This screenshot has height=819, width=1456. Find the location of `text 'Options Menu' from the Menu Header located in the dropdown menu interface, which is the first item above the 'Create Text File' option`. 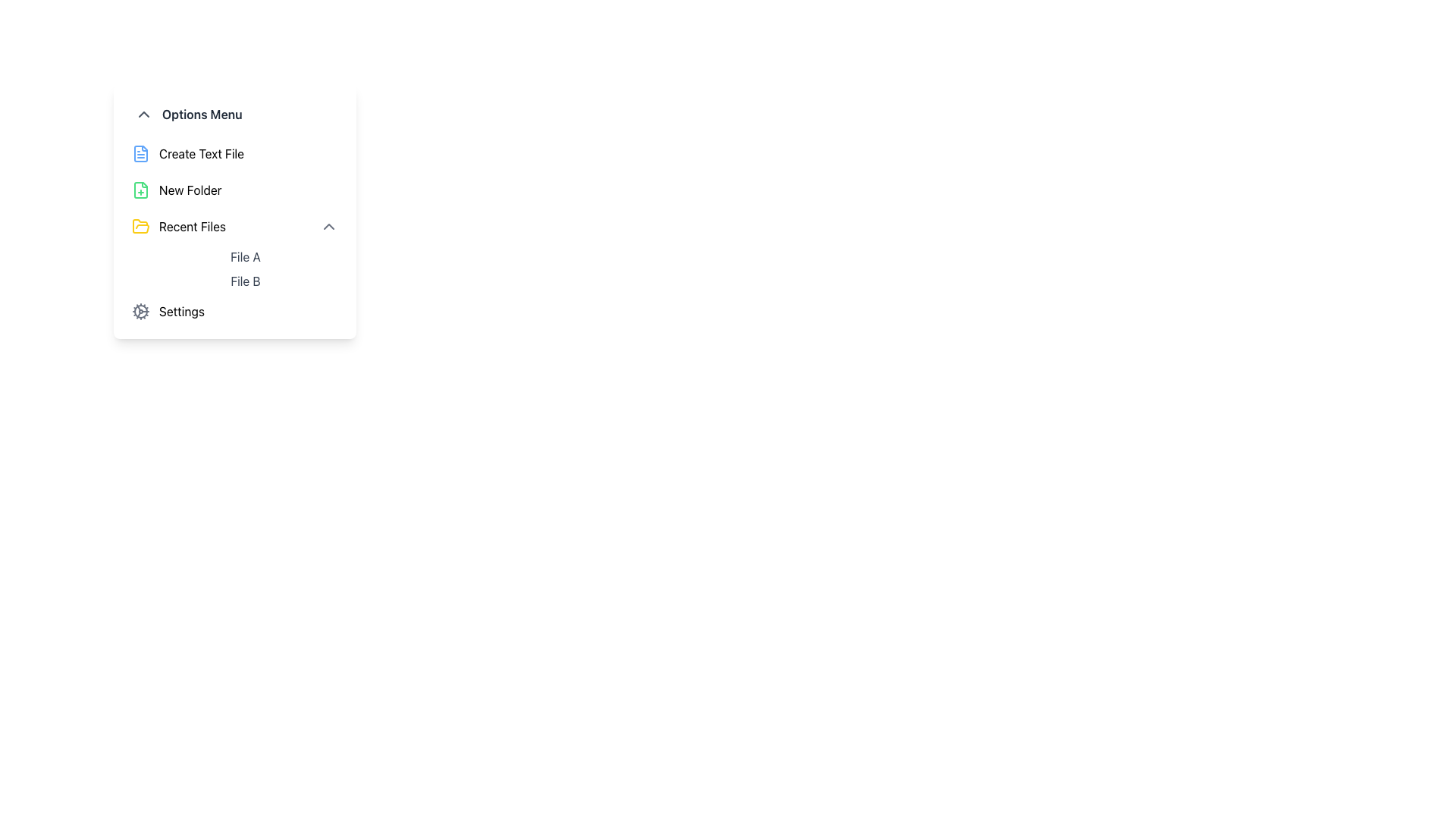

text 'Options Menu' from the Menu Header located in the dropdown menu interface, which is the first item above the 'Create Text File' option is located at coordinates (234, 113).